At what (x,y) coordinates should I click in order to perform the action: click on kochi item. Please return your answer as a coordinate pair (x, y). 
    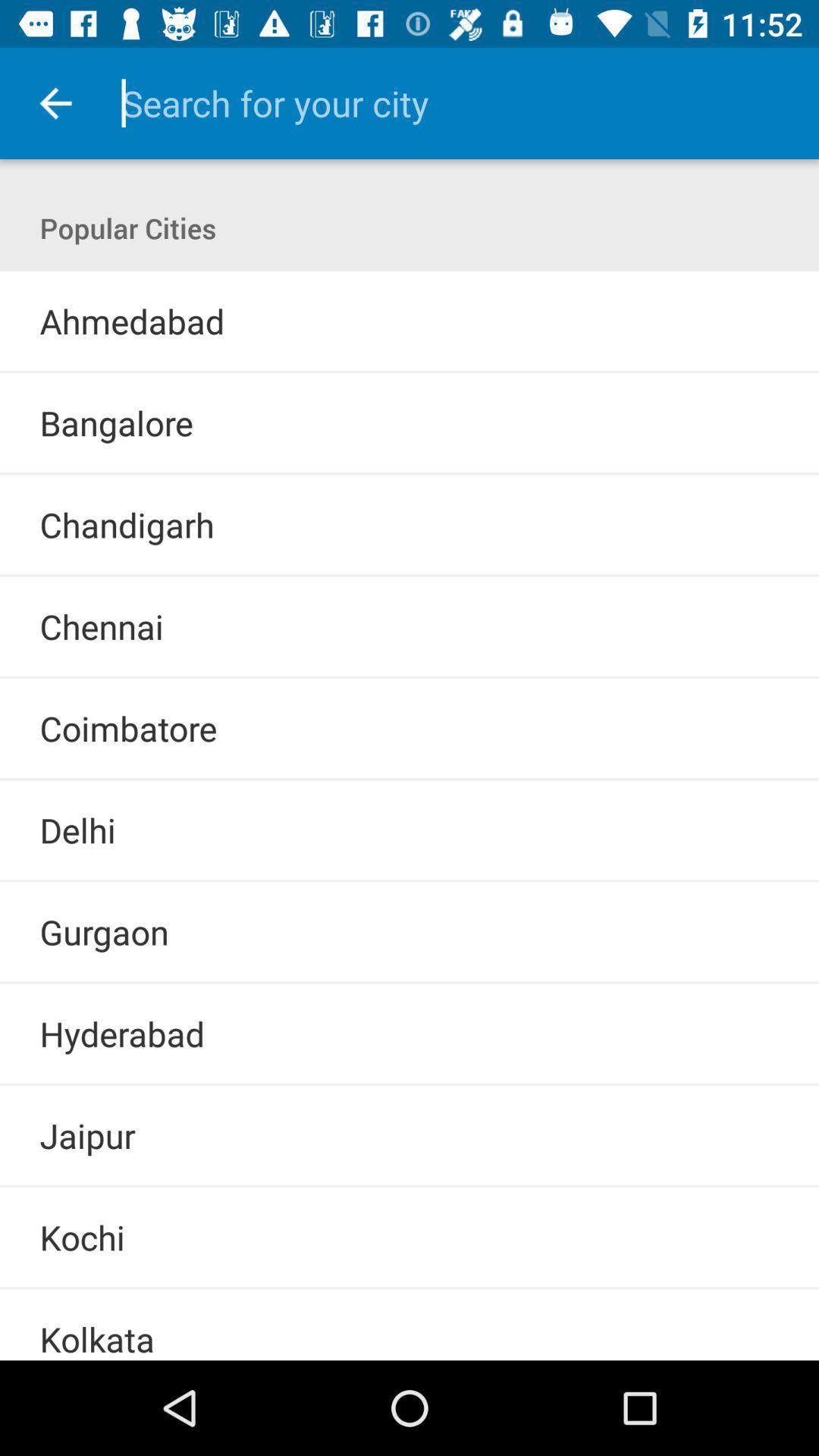
    Looking at the image, I should click on (82, 1237).